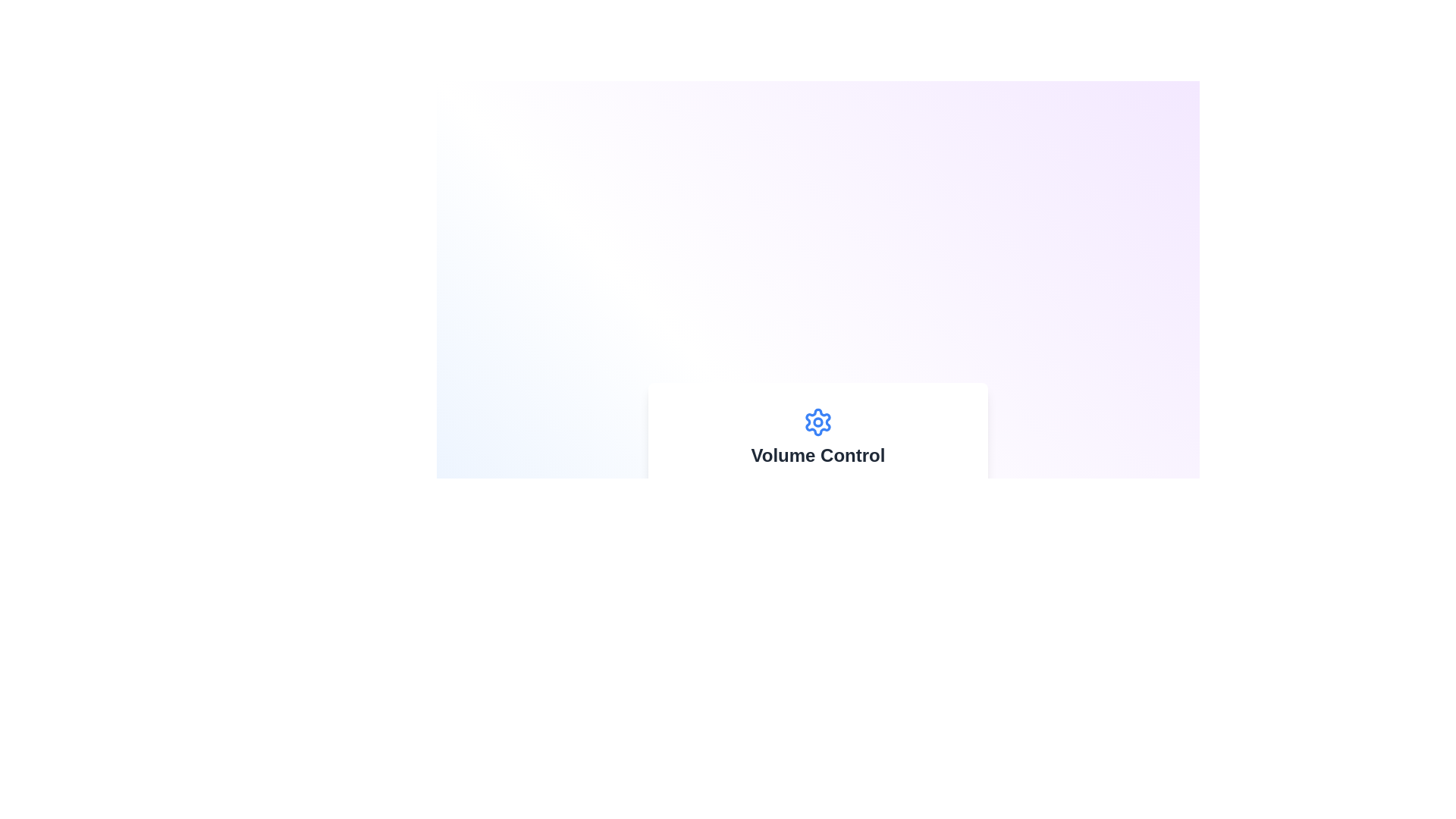 Image resolution: width=1456 pixels, height=819 pixels. Describe the element at coordinates (817, 422) in the screenshot. I see `the circular blue gear icon, which represents settings, located in the 'Volume Control' section above the text 'Volume Control'` at that location.